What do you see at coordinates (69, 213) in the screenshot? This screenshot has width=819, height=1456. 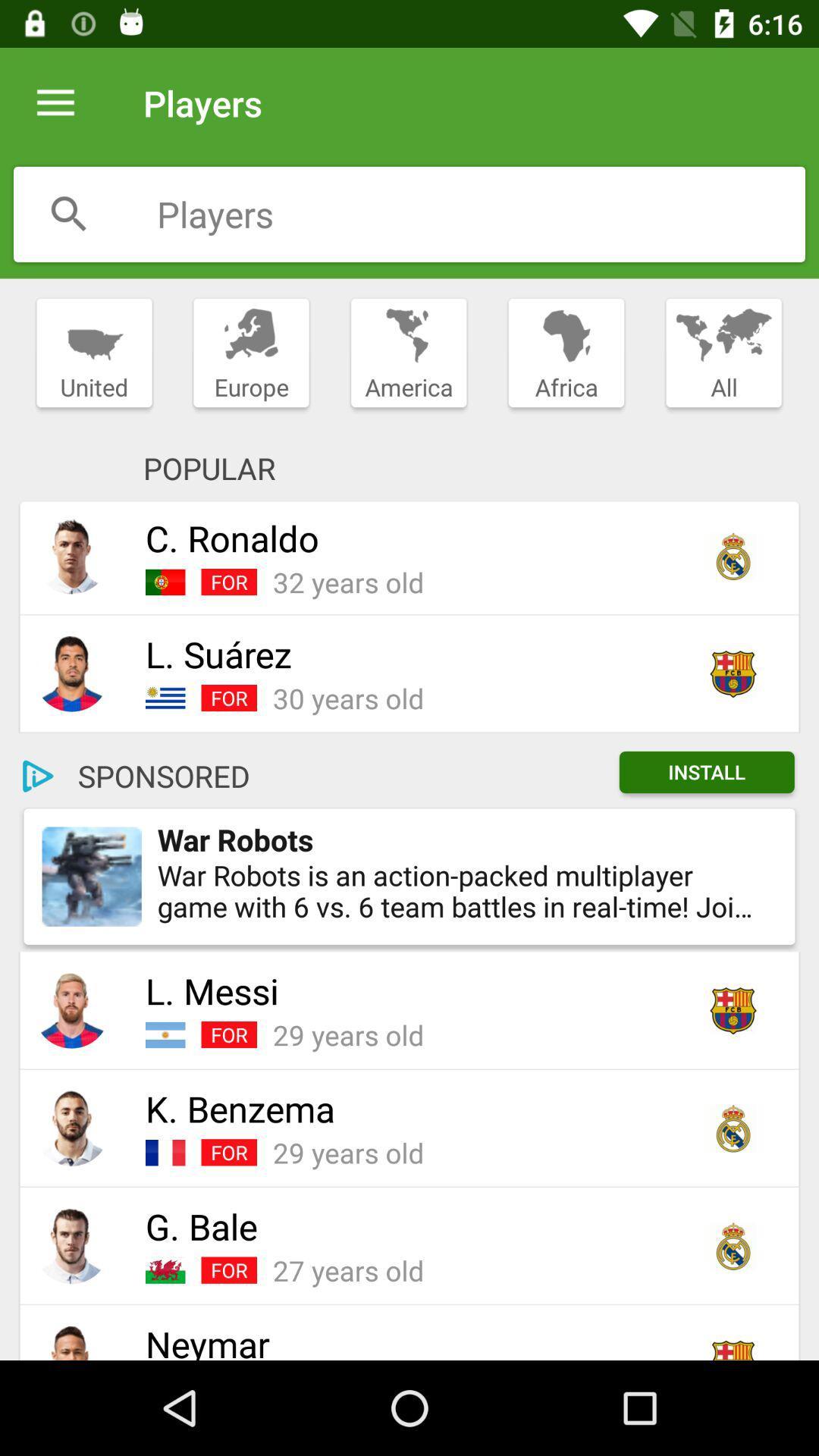 I see `search players` at bounding box center [69, 213].